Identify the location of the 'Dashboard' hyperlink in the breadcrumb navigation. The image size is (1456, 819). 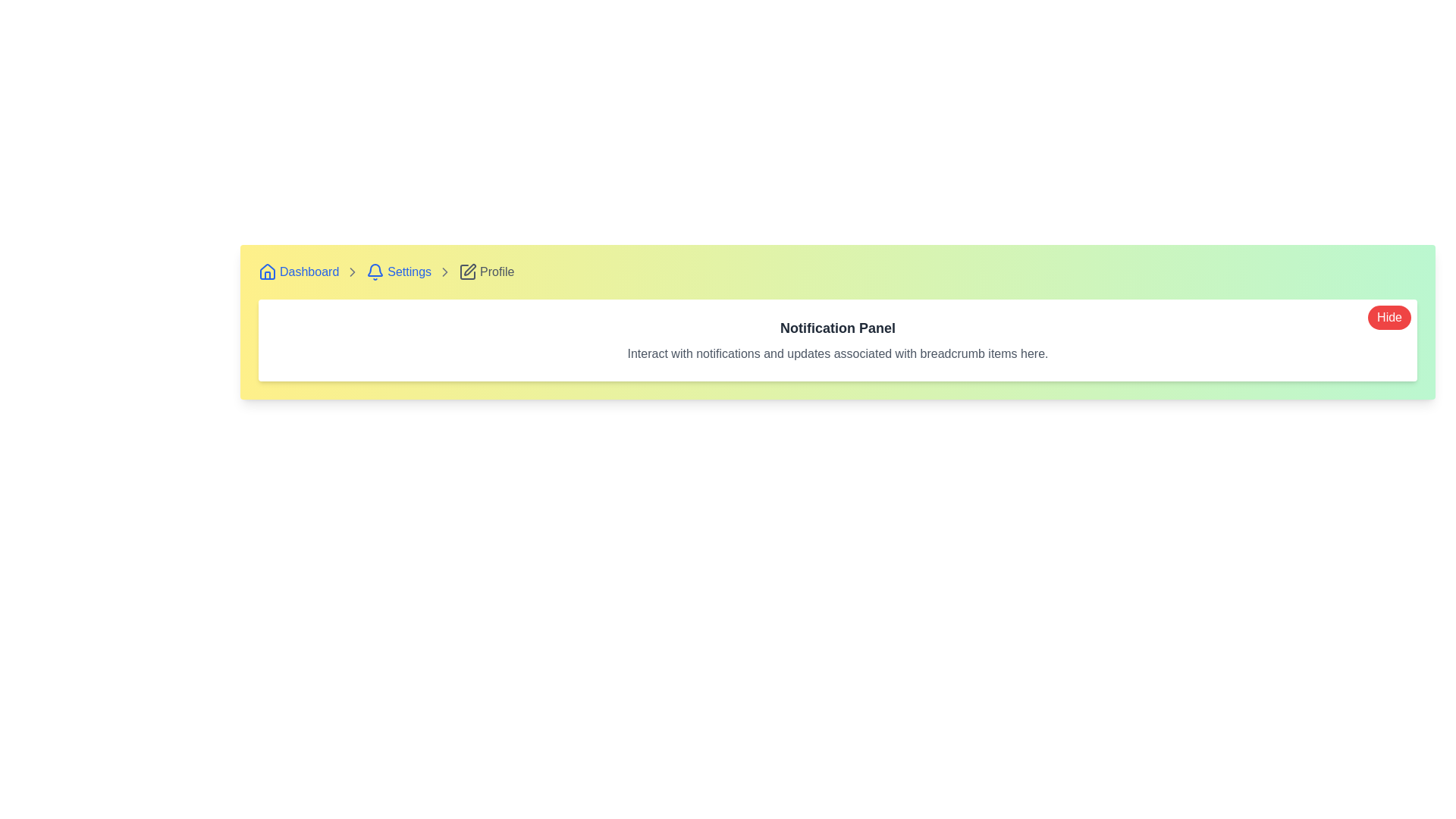
(299, 271).